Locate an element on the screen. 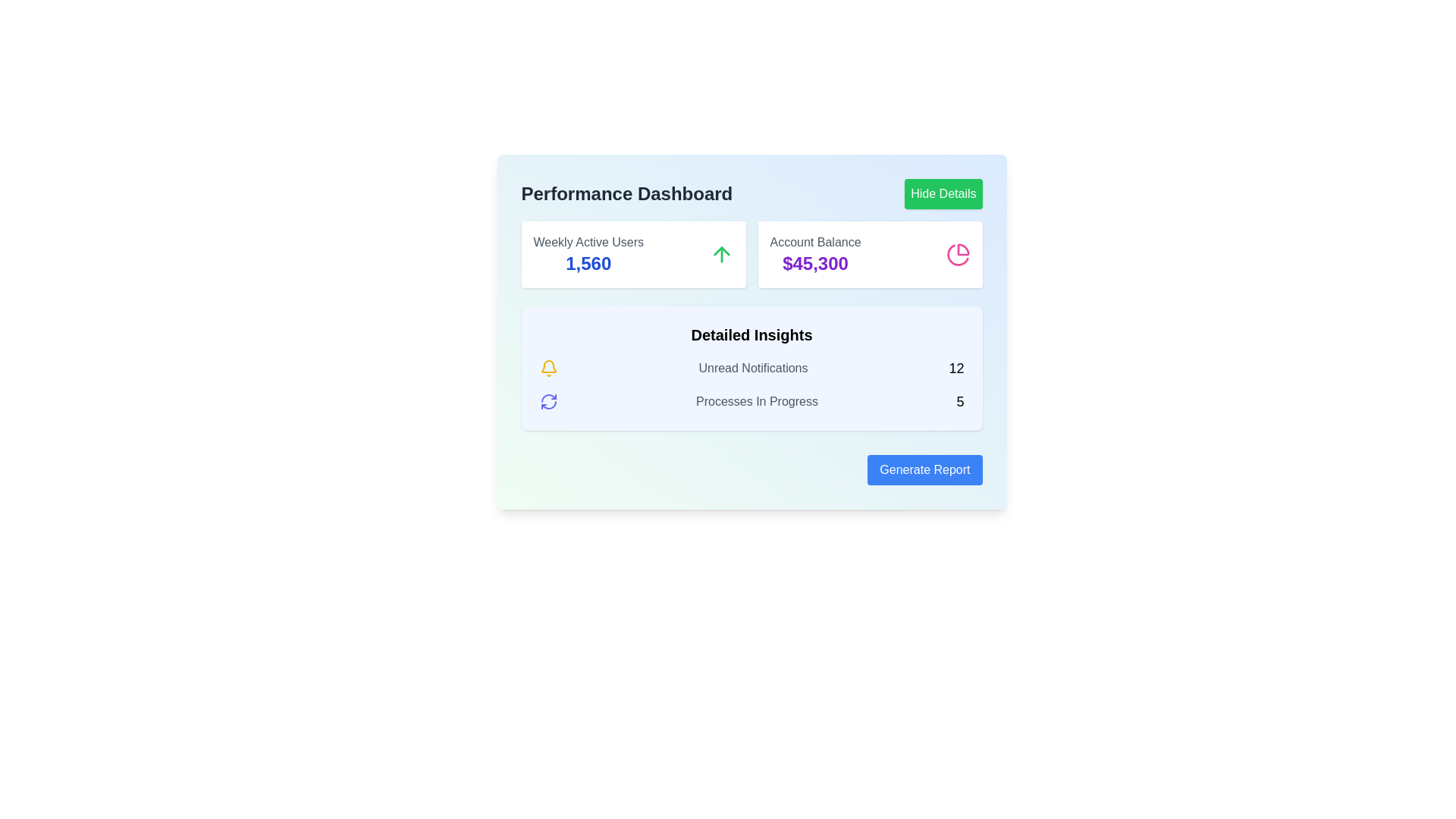  text display showing the account balance of '$45,300' located in the top center area of the interface, beneath the label 'Account Balance' is located at coordinates (814, 262).